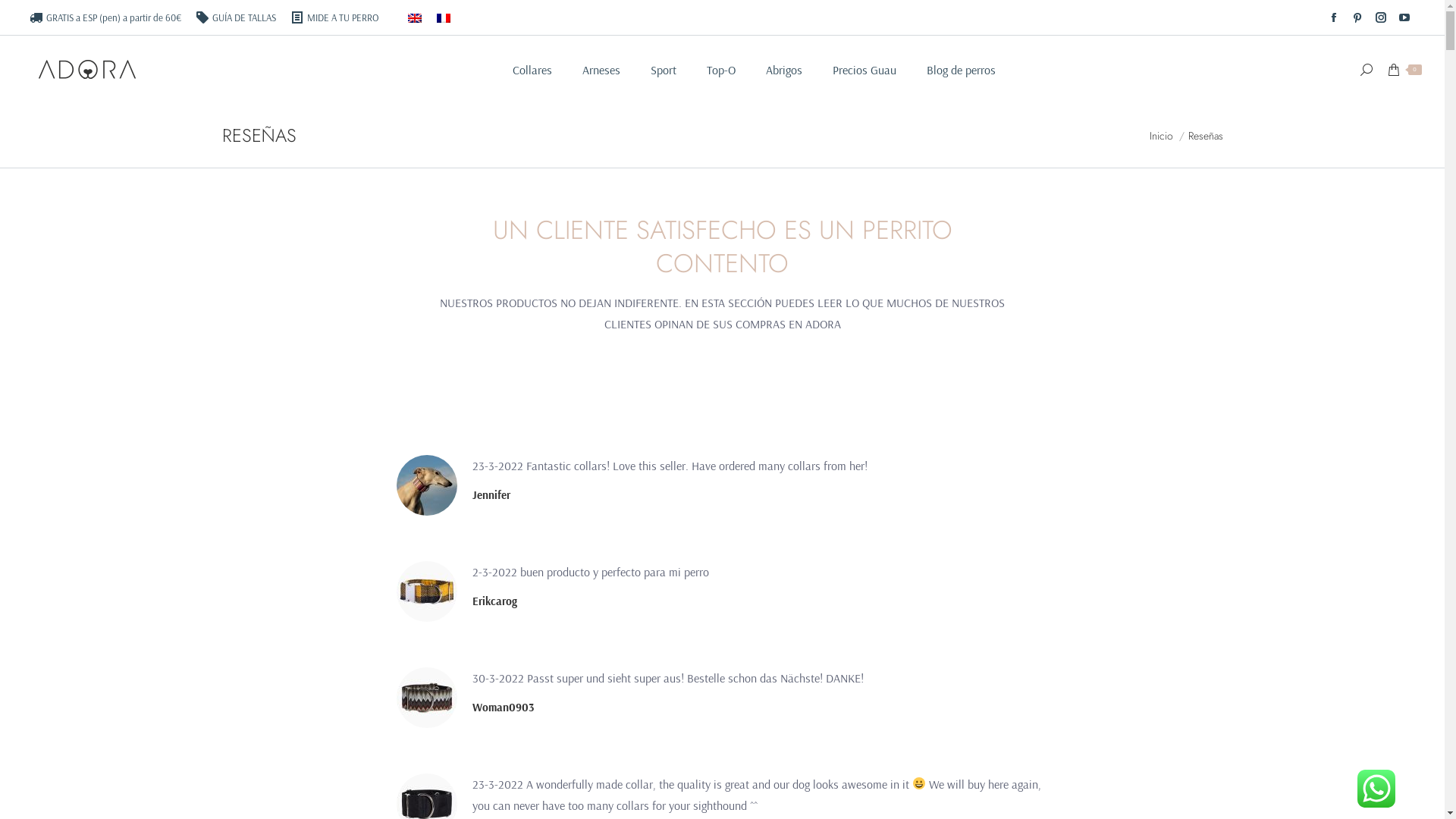  I want to click on 'Ir!', so click(742, 447).